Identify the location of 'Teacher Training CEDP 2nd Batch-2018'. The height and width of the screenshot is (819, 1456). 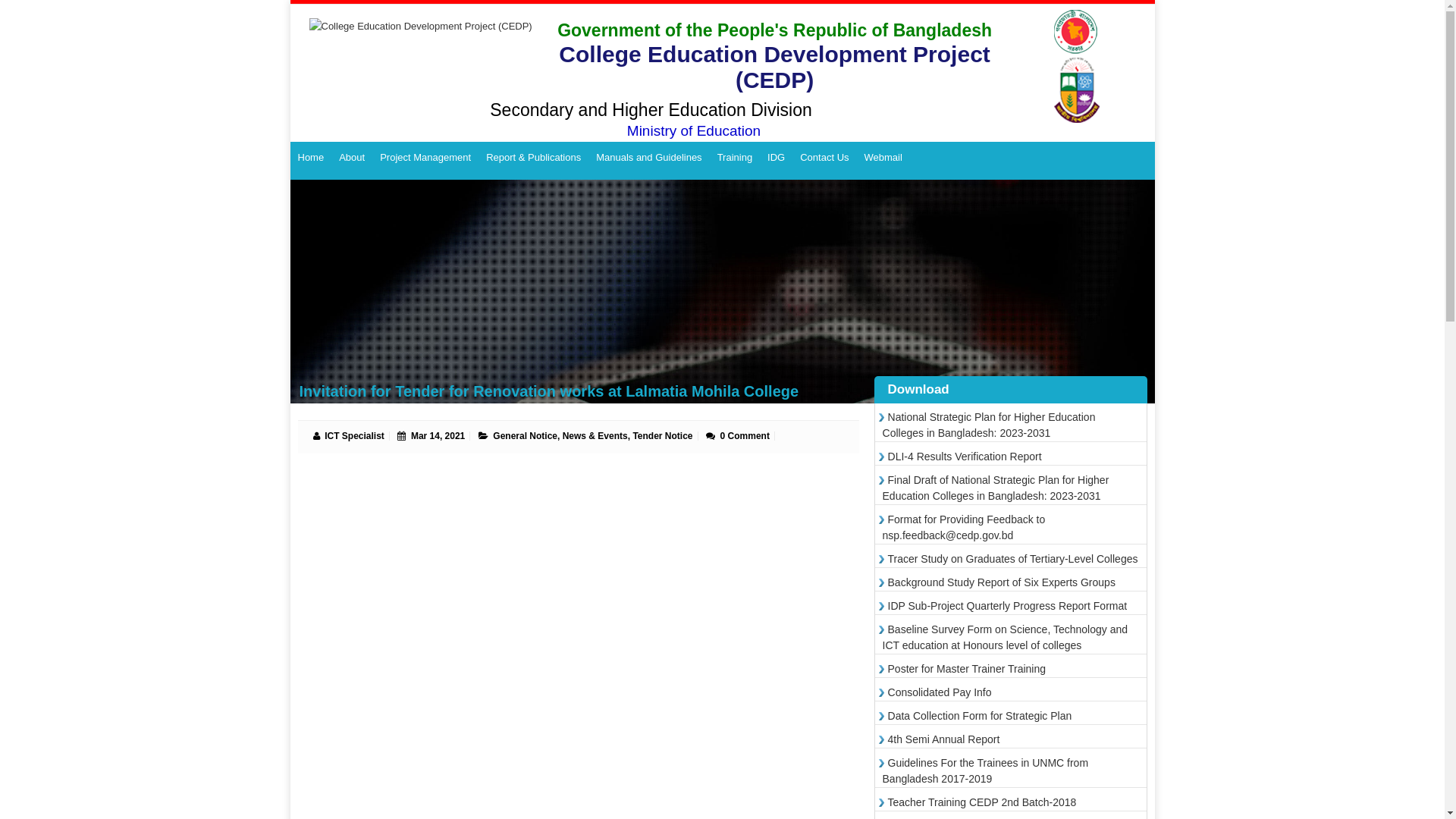
(882, 801).